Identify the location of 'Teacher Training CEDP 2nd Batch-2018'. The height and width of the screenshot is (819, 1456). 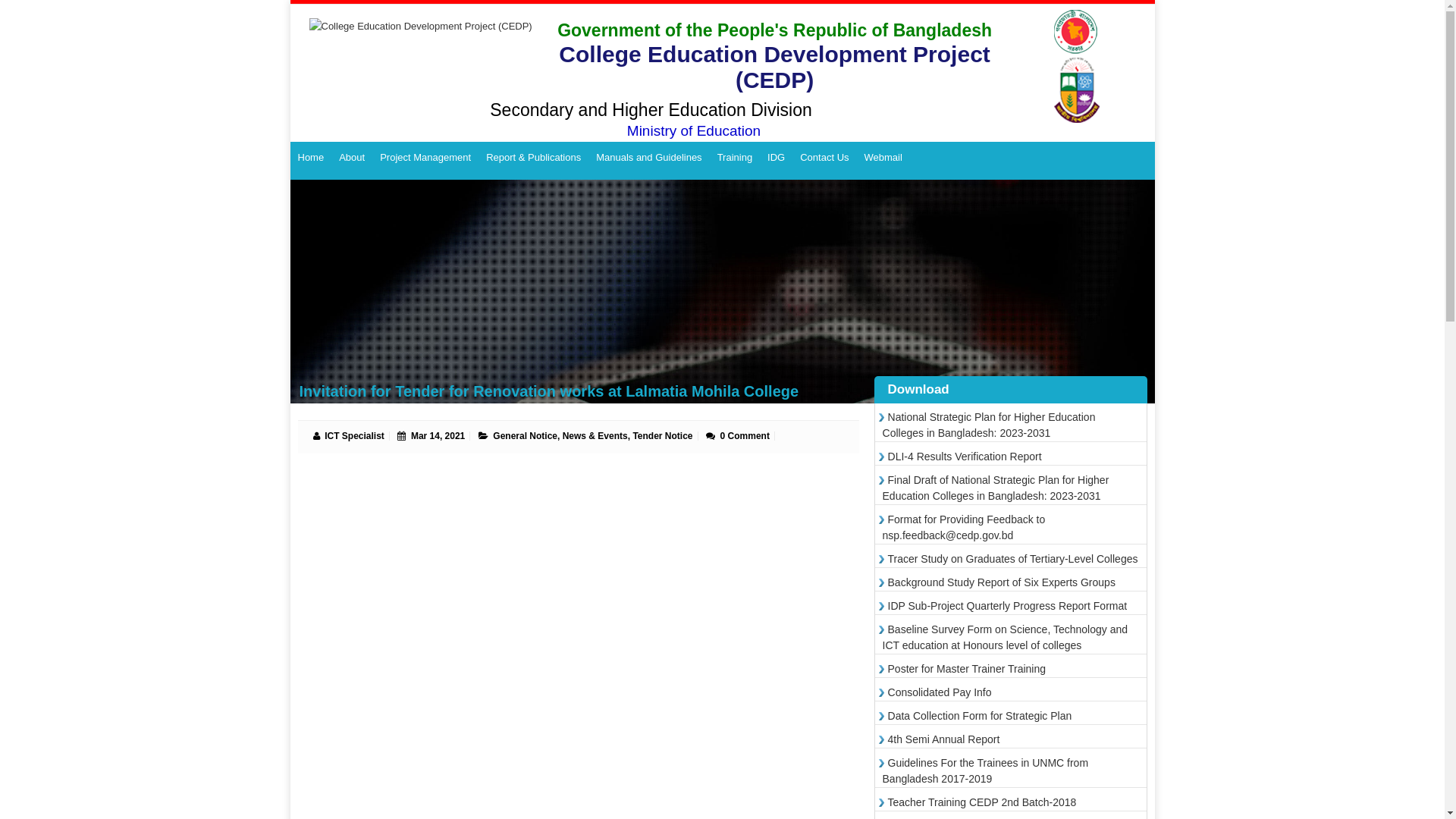
(882, 801).